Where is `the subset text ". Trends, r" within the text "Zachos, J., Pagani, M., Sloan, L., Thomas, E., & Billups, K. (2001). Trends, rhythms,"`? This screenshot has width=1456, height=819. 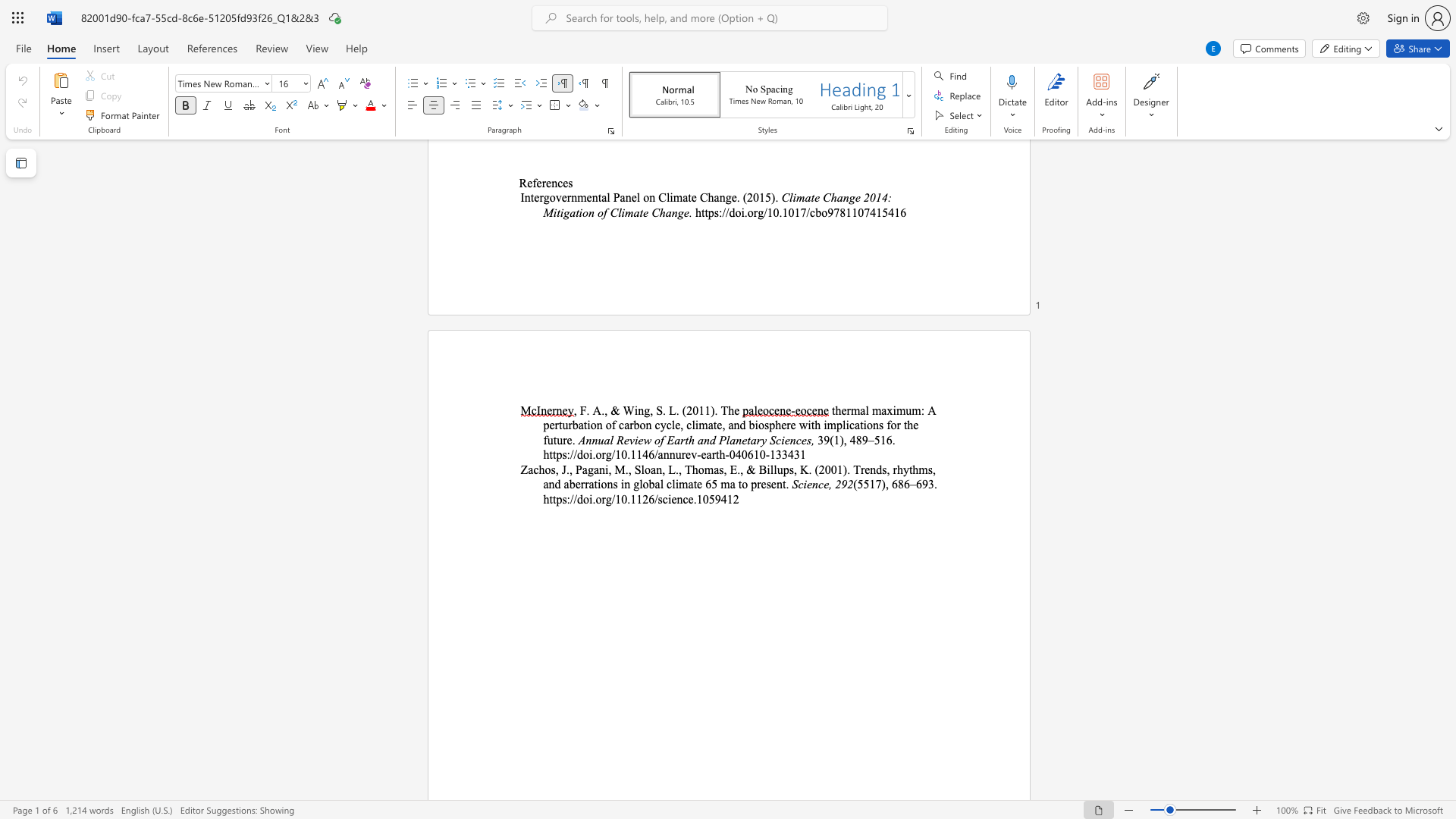 the subset text ". Trends, r" within the text "Zachos, J., Pagani, M., Sloan, L., Thomas, E., & Billups, K. (2001). Trends, rhythms," is located at coordinates (846, 469).